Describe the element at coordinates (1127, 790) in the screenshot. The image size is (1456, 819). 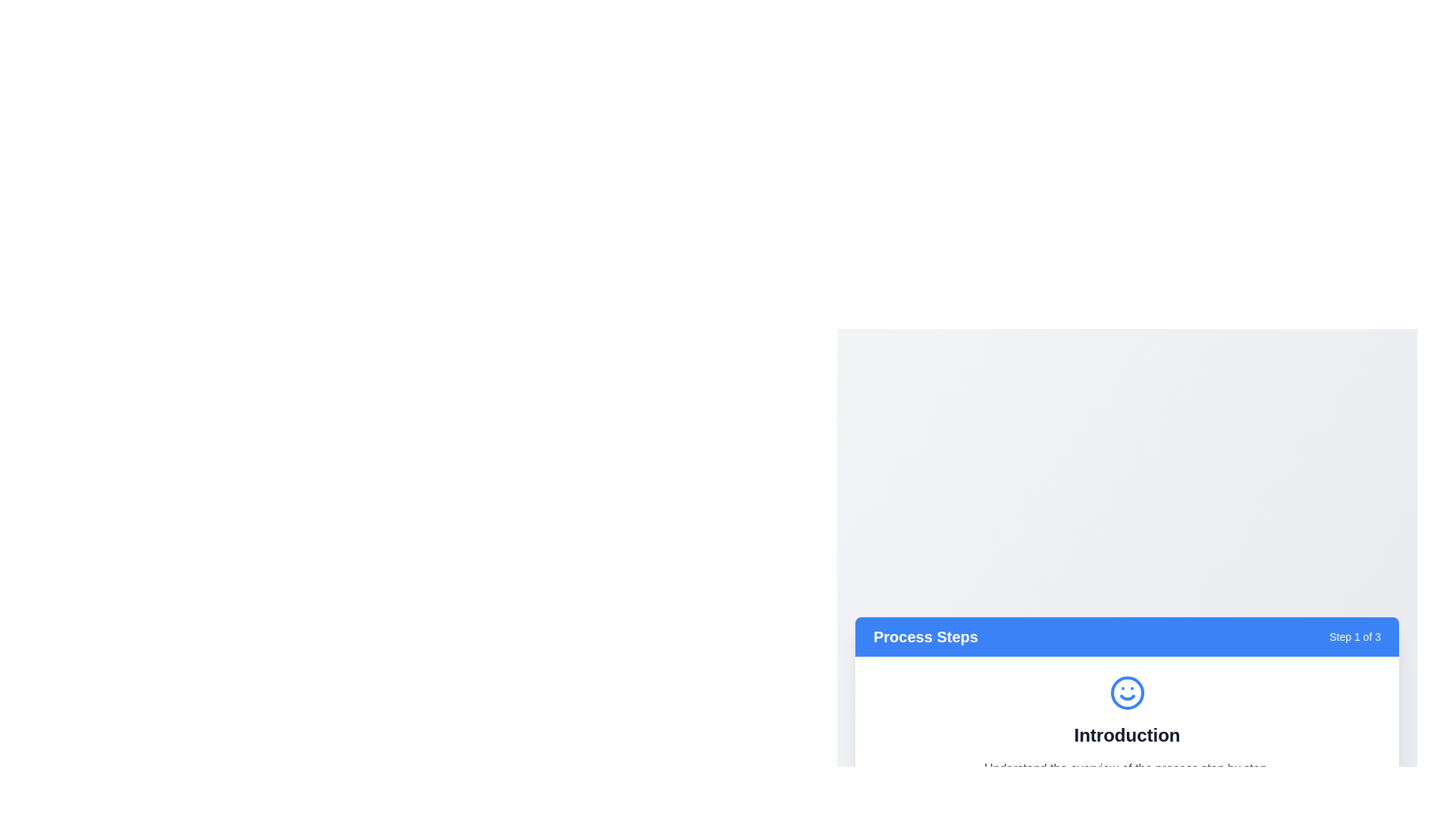
I see `the Progress bar located at the bottom of the 'Introduction' section, which visually represents the current progress of approximately one-third` at that location.